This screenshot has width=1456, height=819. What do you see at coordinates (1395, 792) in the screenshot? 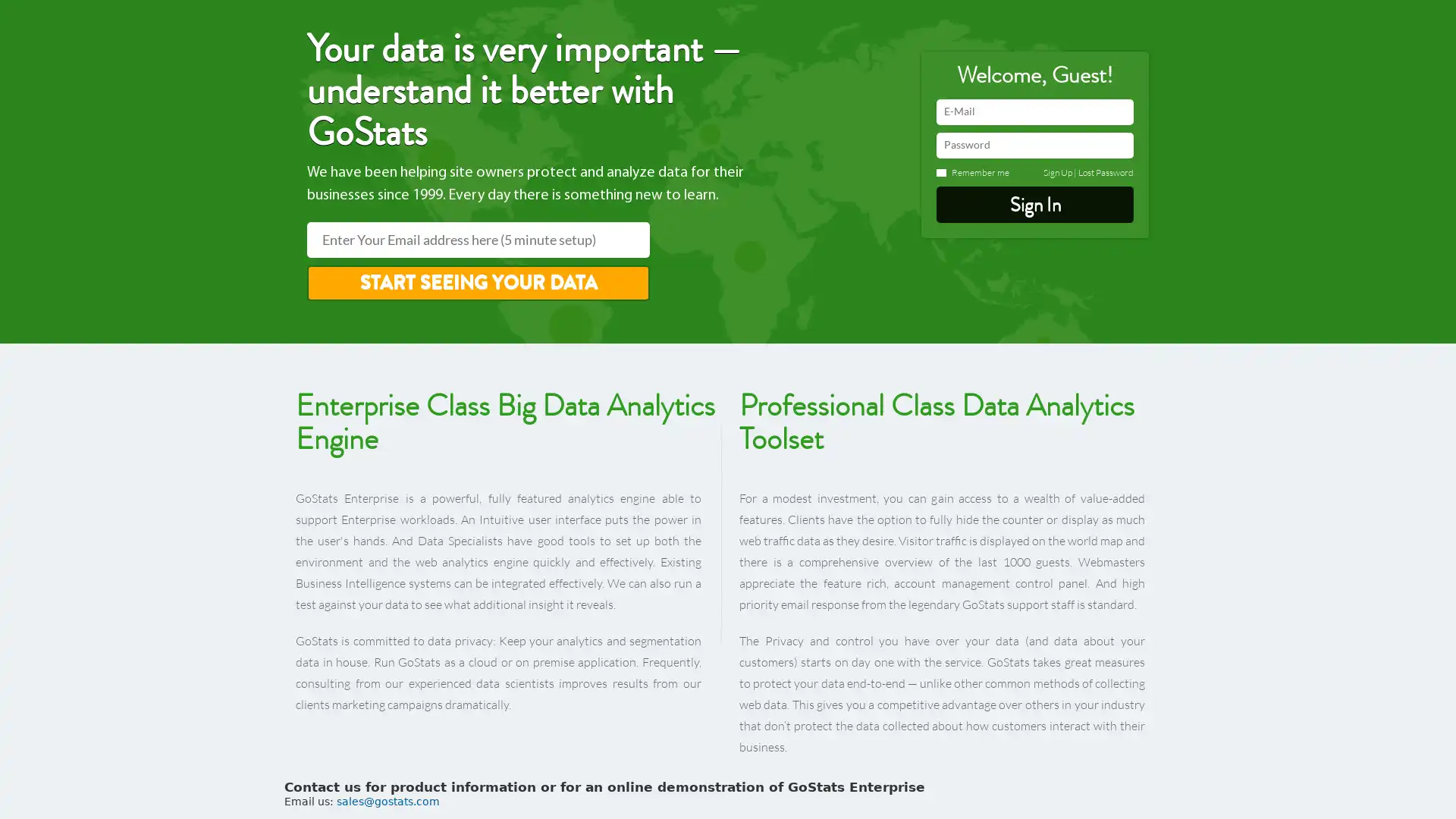
I see `Let's talk!` at bounding box center [1395, 792].